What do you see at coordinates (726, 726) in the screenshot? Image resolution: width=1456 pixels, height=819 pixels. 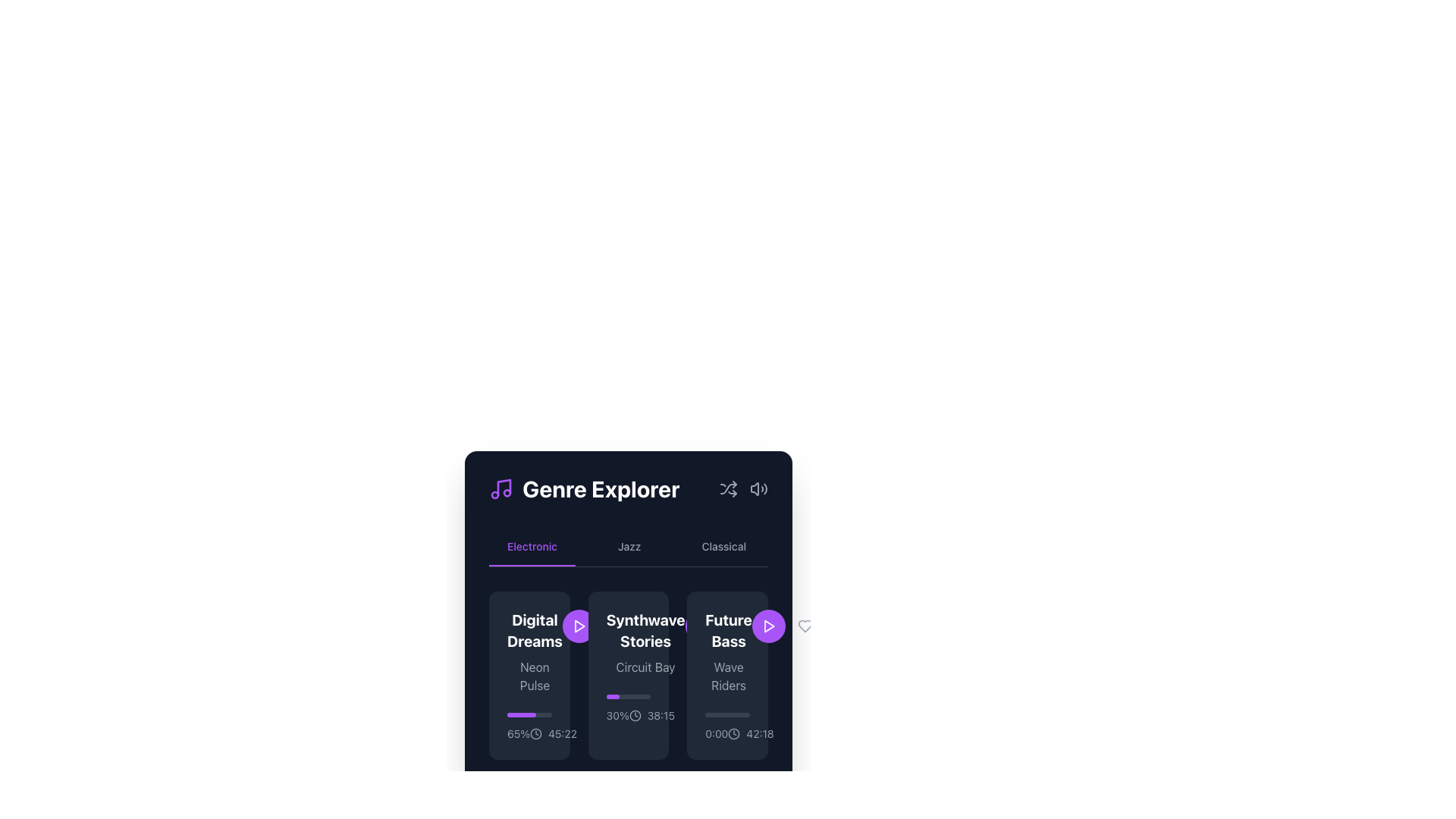 I see `the static text component displaying '0:00' next to the decorative clock icon in the bottom-left corner of the 'Future Bass' card under the 'Electronic' tab` at bounding box center [726, 726].